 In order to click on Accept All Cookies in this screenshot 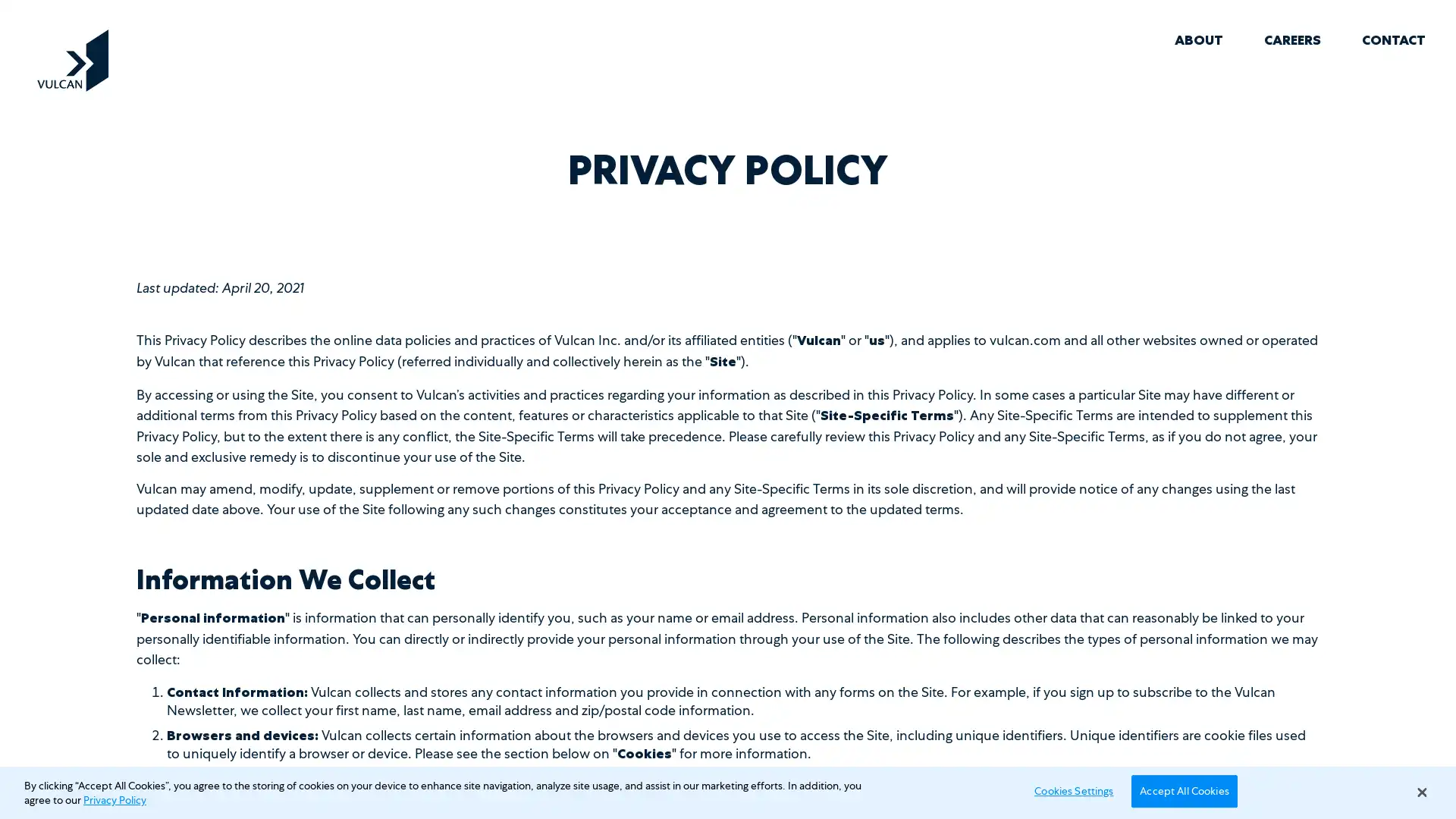, I will do `click(1183, 789)`.